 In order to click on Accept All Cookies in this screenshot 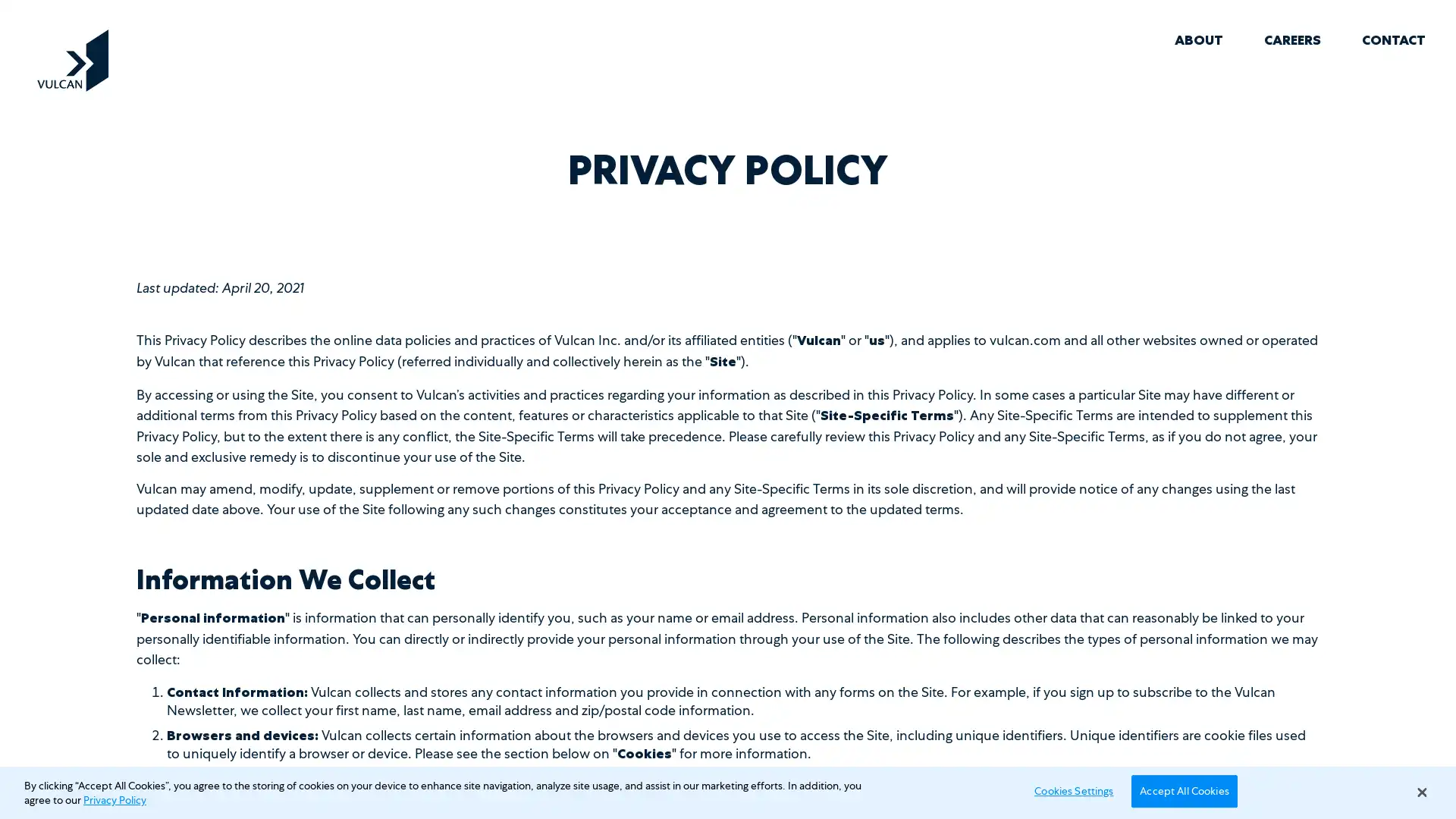, I will do `click(1183, 789)`.